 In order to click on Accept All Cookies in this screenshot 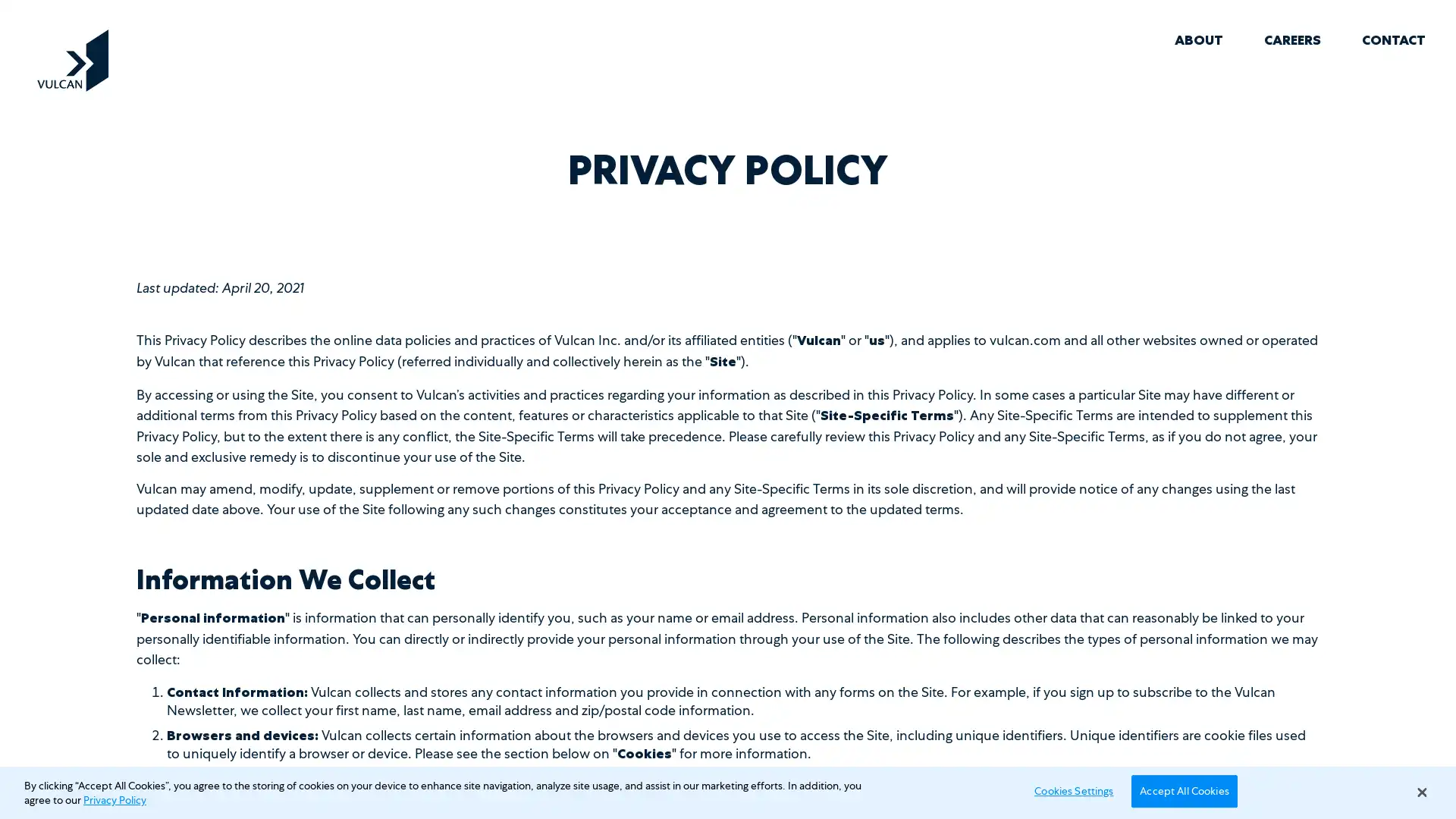, I will do `click(1183, 789)`.